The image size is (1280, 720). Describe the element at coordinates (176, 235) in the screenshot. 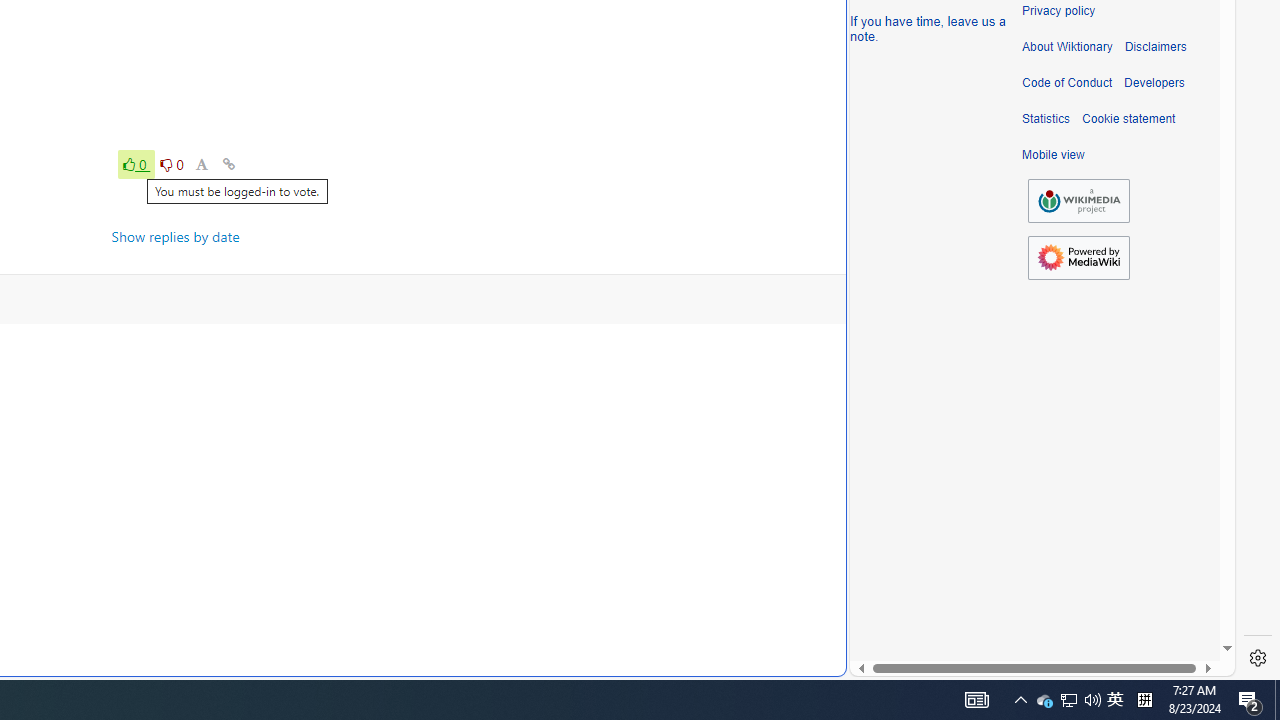

I see `'Show replies by date'` at that location.